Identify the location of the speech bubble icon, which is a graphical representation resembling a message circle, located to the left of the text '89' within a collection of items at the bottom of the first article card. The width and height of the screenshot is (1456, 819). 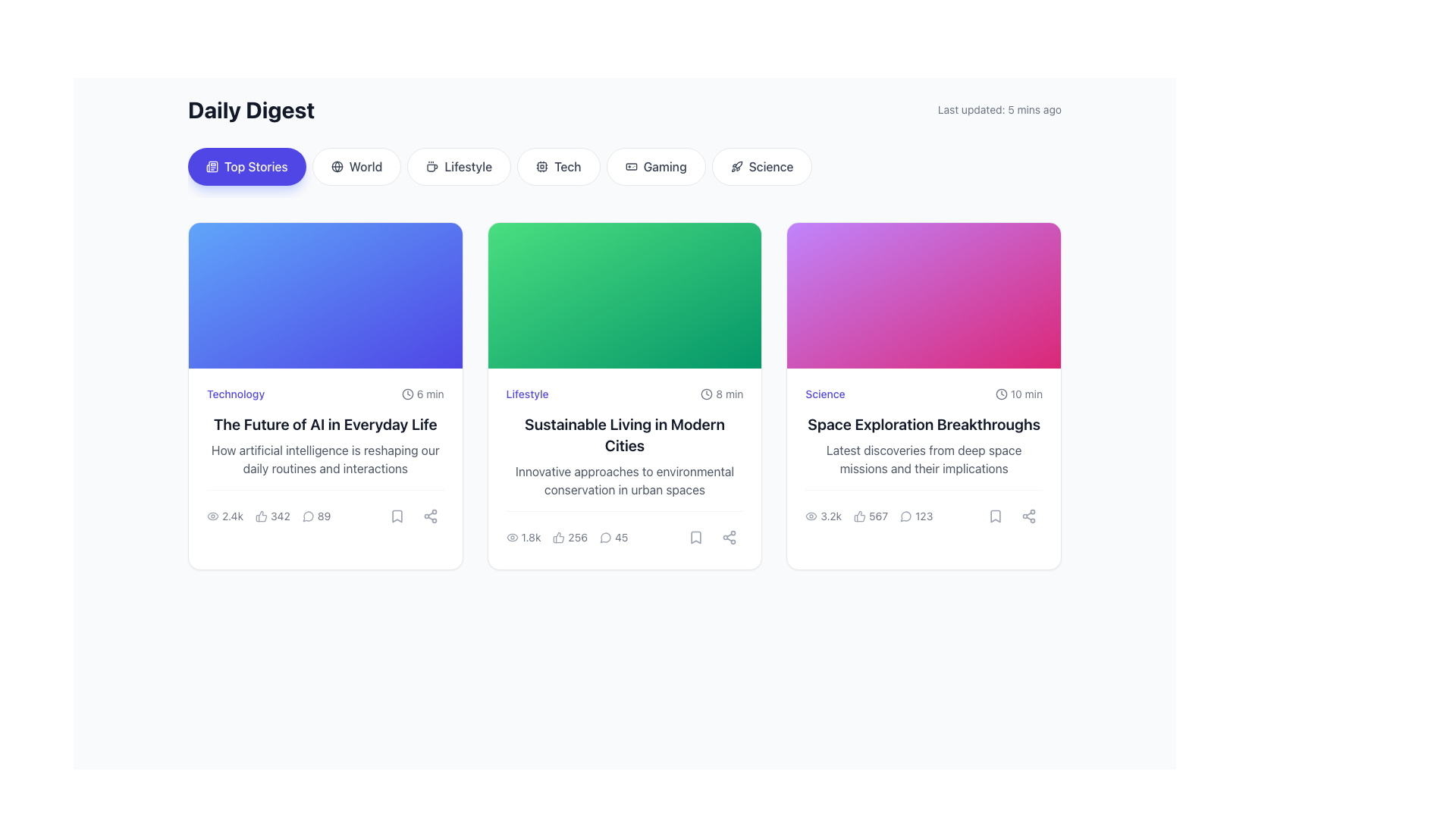
(307, 516).